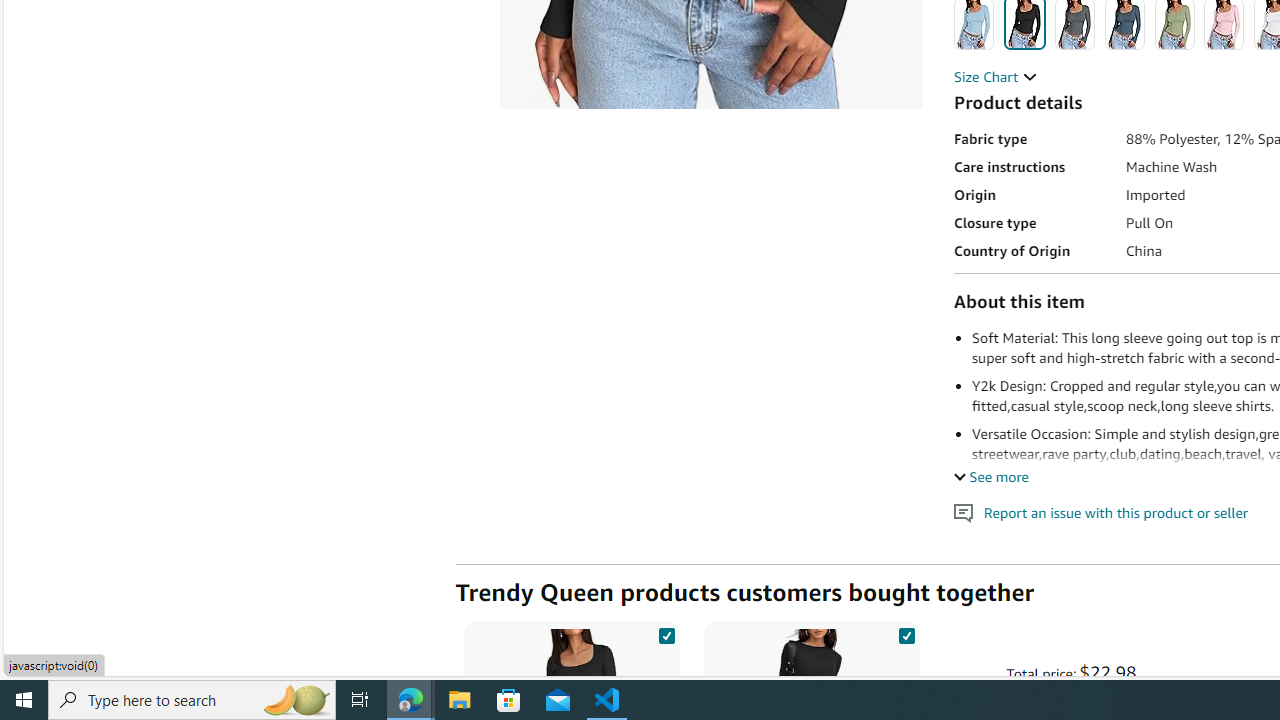  What do you see at coordinates (905, 632) in the screenshot?
I see `'AutomationID: thematicBundleCheck-2'` at bounding box center [905, 632].